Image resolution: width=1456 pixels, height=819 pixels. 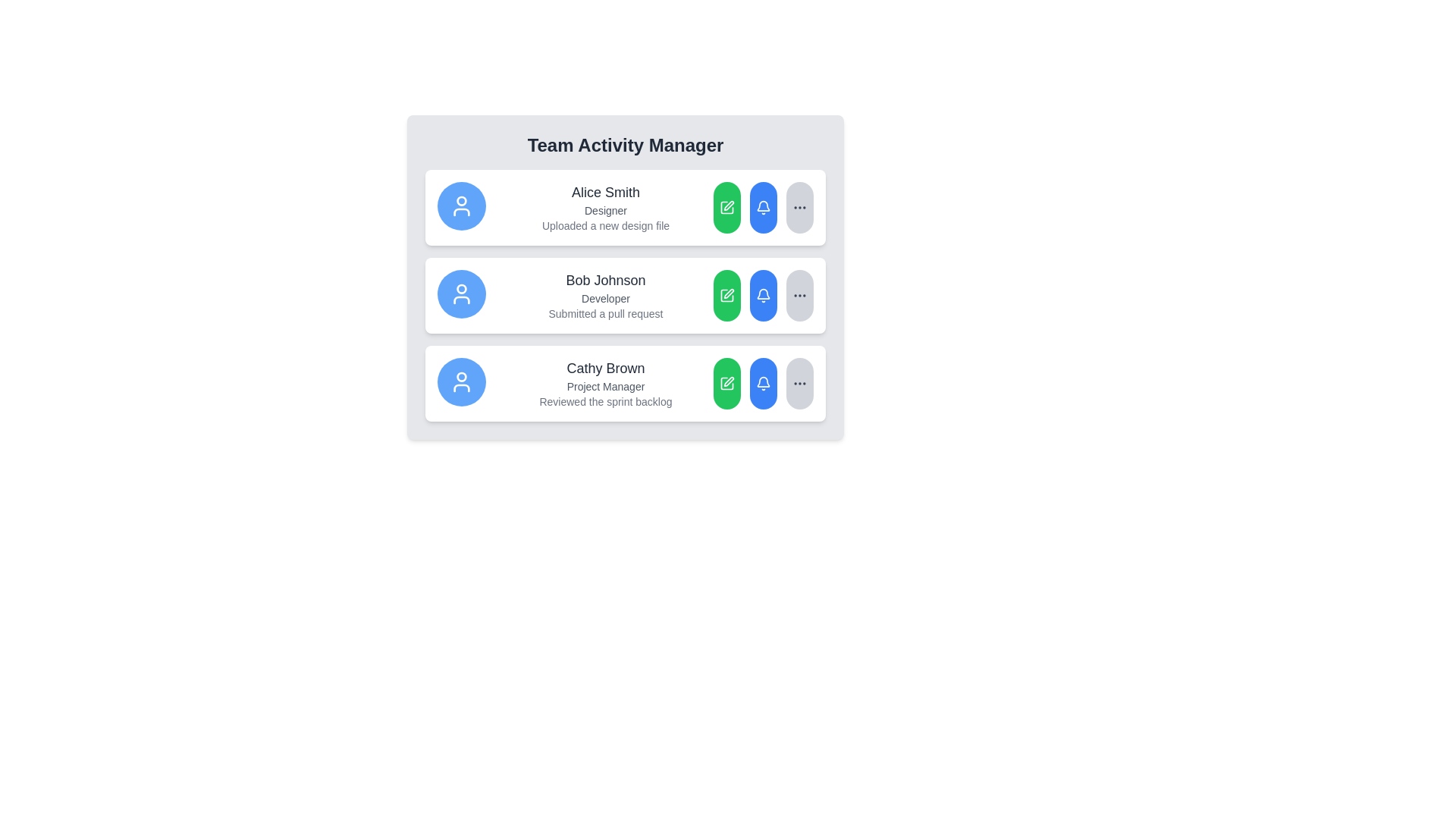 What do you see at coordinates (461, 376) in the screenshot?
I see `the circular graphical representation of the user profile icon for 'Cathy Brown' located in the third row of the interface` at bounding box center [461, 376].